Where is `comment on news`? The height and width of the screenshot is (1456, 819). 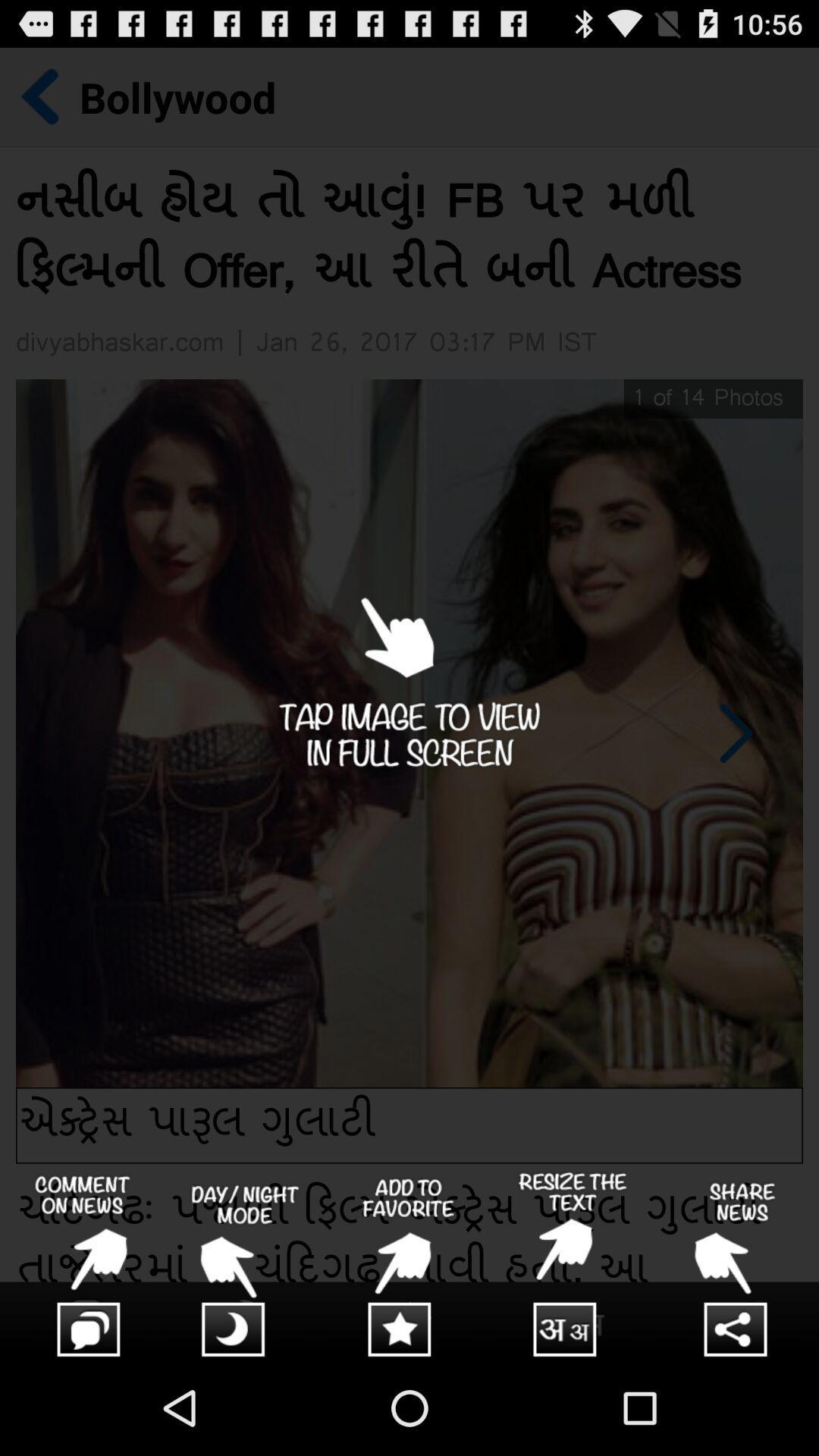 comment on news is located at coordinates (82, 1266).